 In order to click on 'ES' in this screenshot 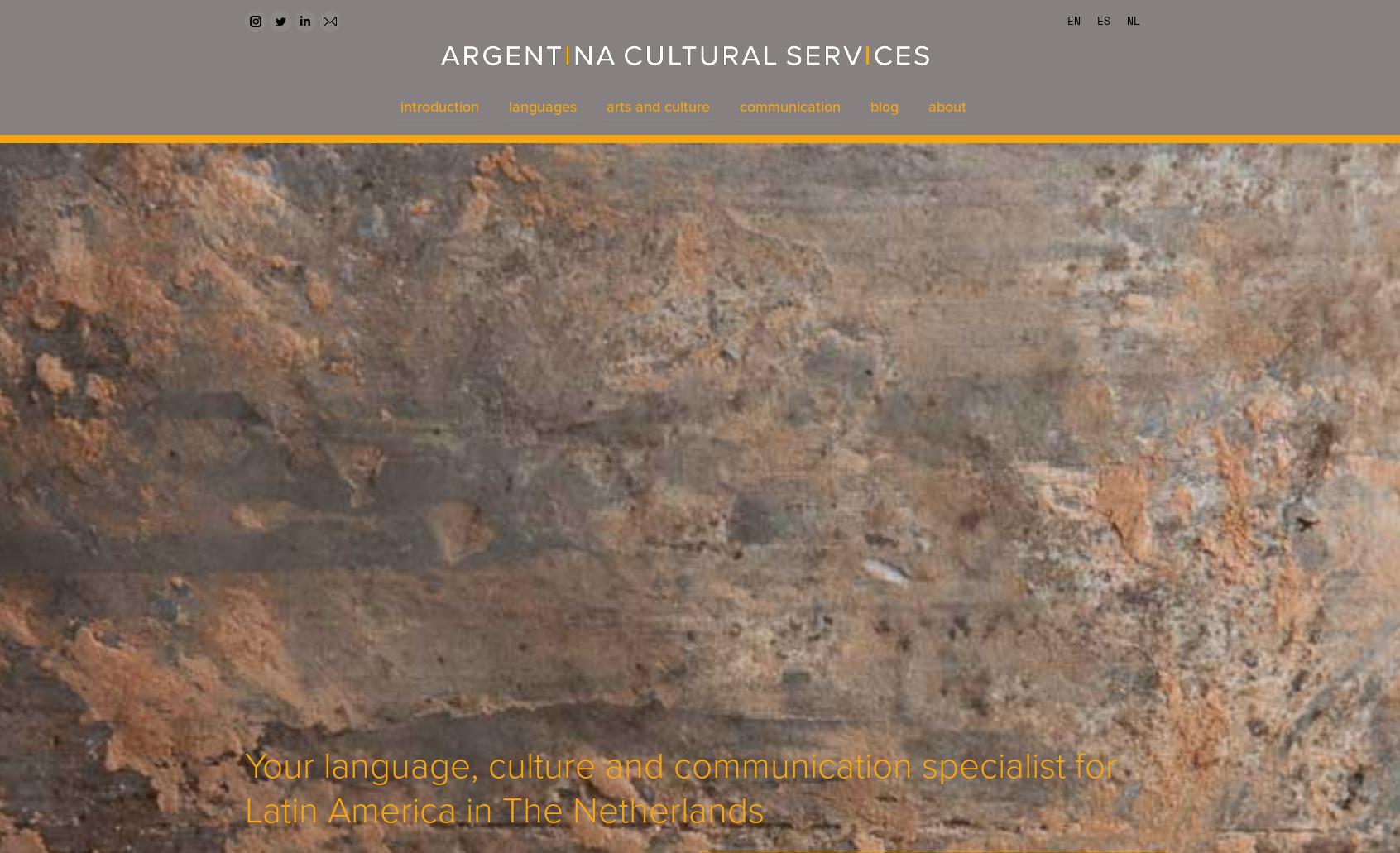, I will do `click(1096, 20)`.